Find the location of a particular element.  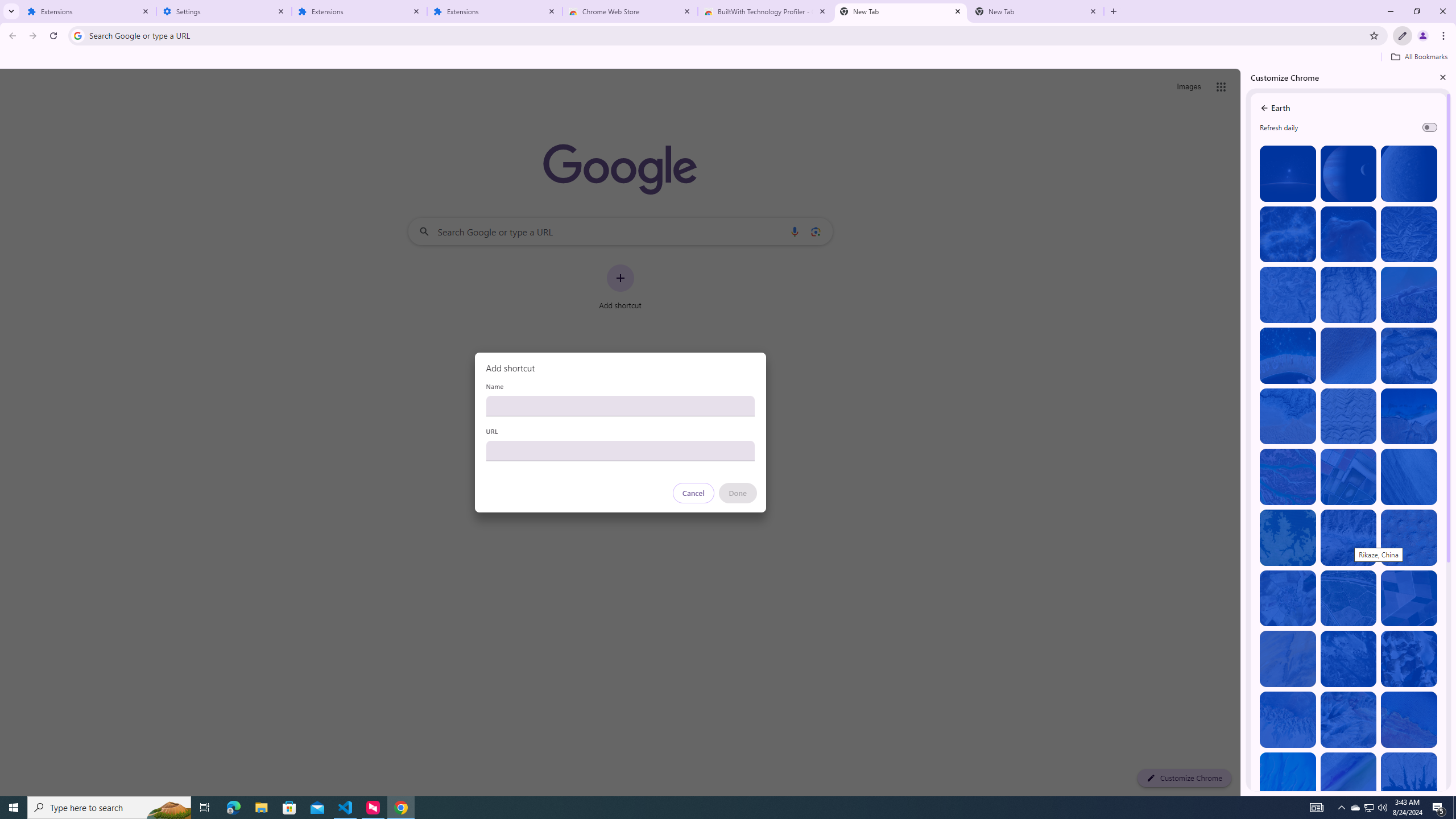

'Settings' is located at coordinates (224, 11).